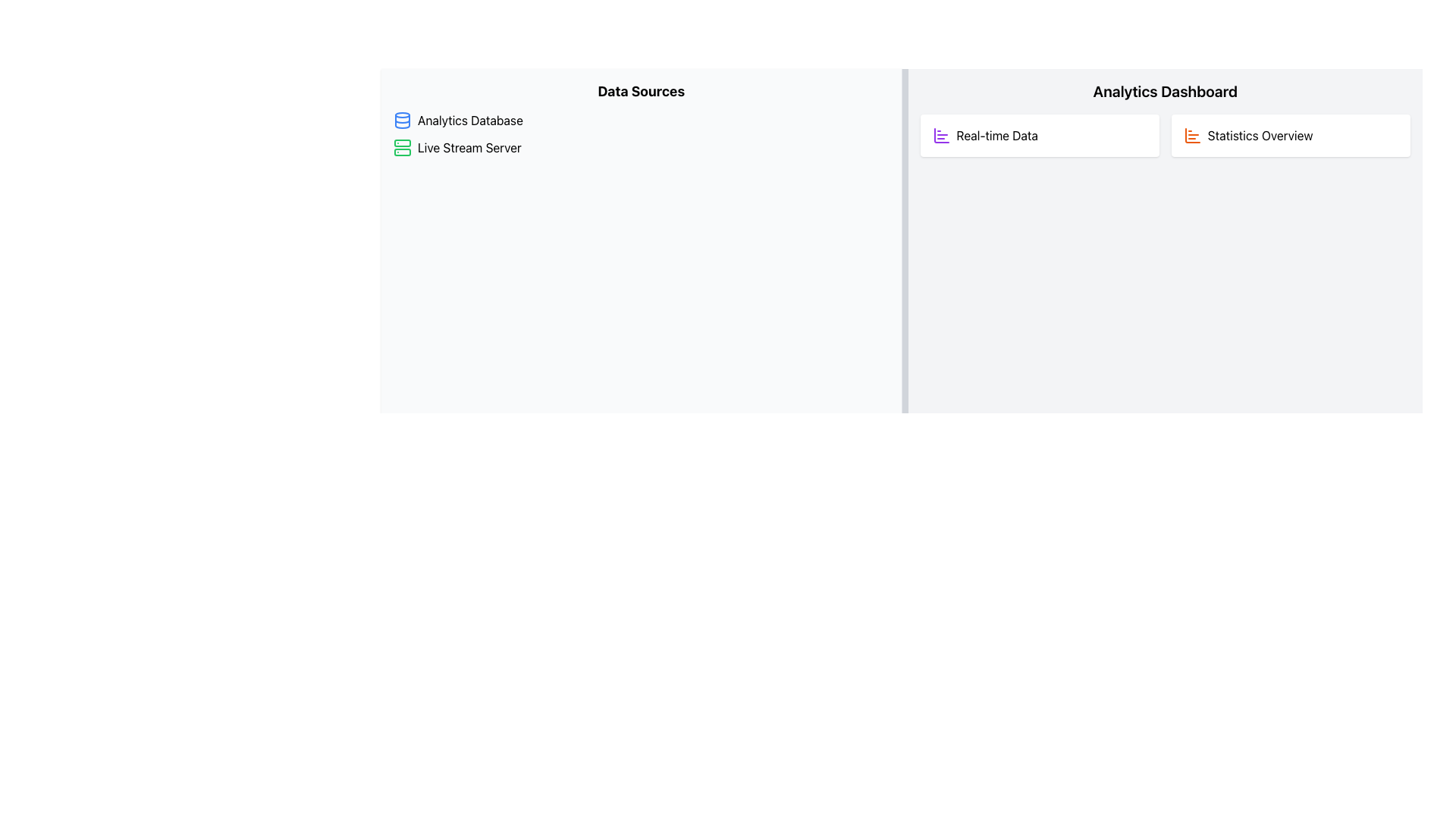 The image size is (1456, 819). Describe the element at coordinates (403, 152) in the screenshot. I see `the bottom half of the server icon, which is located to the left of the 'Live Stream Server' text in the 'Data Sources' section` at that location.